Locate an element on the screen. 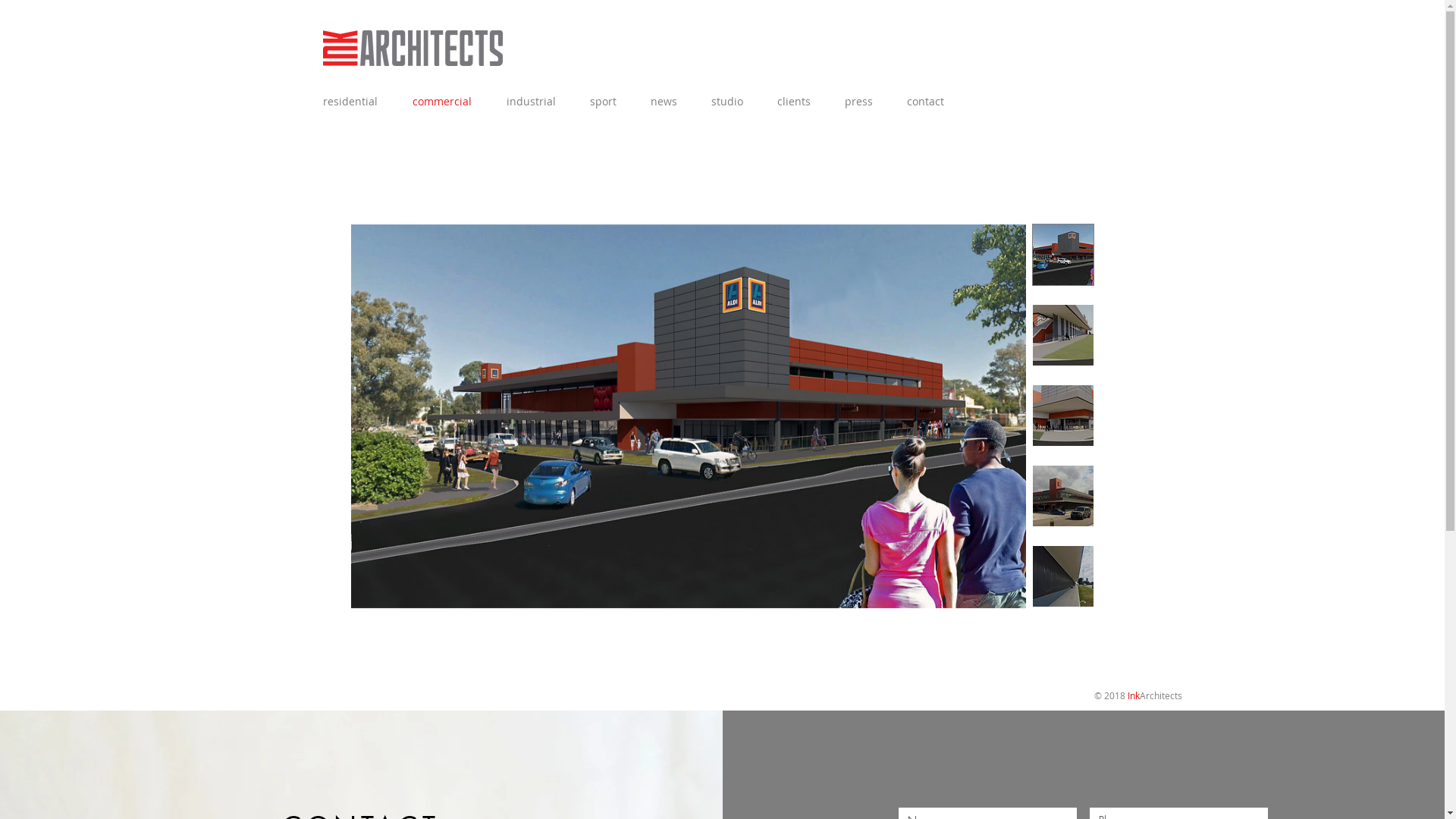 Image resolution: width=1456 pixels, height=819 pixels. 'commercial' is located at coordinates (446, 101).